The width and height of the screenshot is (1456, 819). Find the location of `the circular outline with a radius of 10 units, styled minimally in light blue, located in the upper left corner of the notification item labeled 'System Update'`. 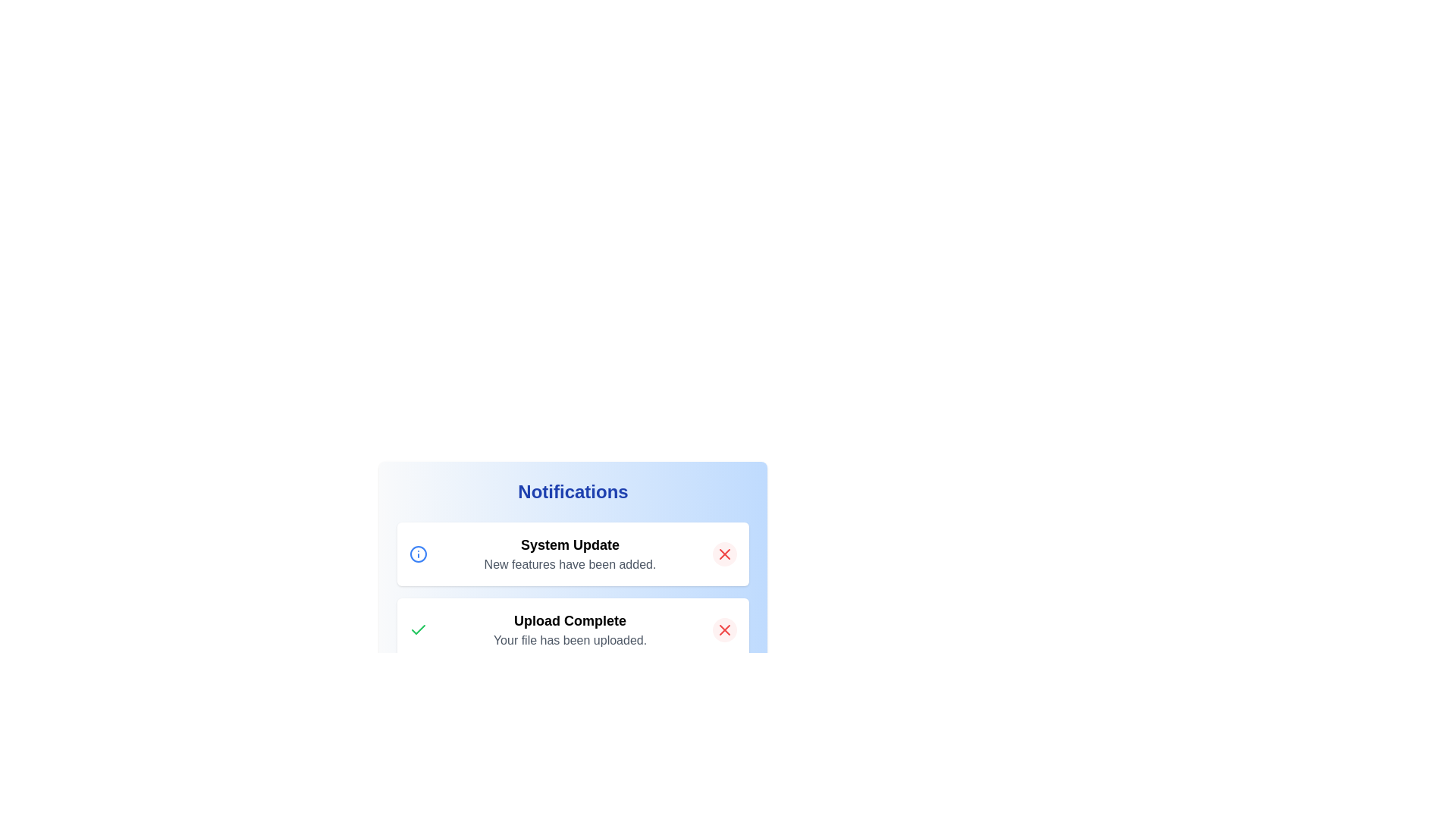

the circular outline with a radius of 10 units, styled minimally in light blue, located in the upper left corner of the notification item labeled 'System Update' is located at coordinates (419, 554).